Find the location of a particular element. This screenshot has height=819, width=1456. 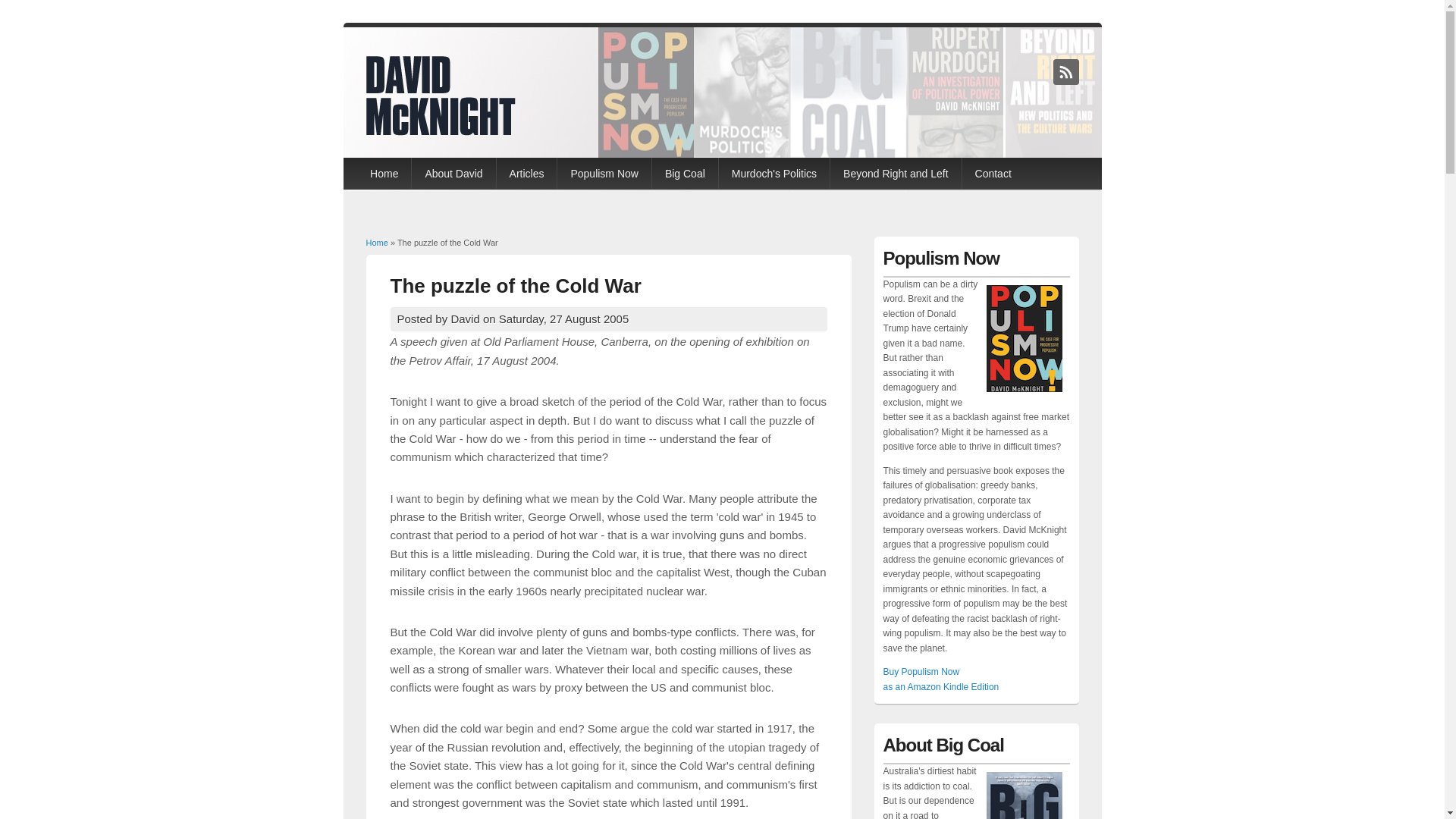

'Articles' is located at coordinates (496, 172).